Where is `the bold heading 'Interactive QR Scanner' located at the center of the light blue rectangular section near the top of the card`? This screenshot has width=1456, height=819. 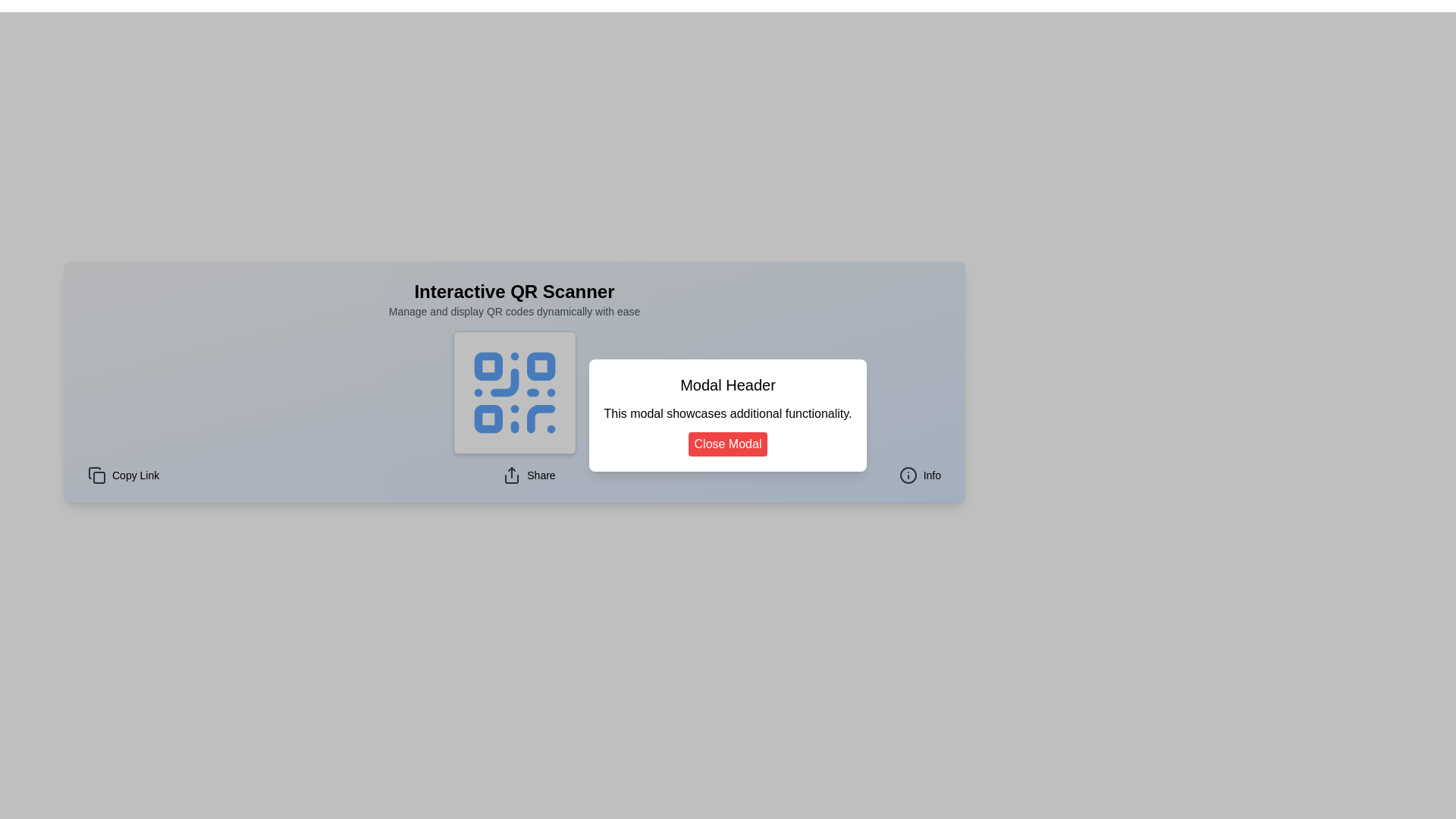
the bold heading 'Interactive QR Scanner' located at the center of the light blue rectangular section near the top of the card is located at coordinates (514, 292).